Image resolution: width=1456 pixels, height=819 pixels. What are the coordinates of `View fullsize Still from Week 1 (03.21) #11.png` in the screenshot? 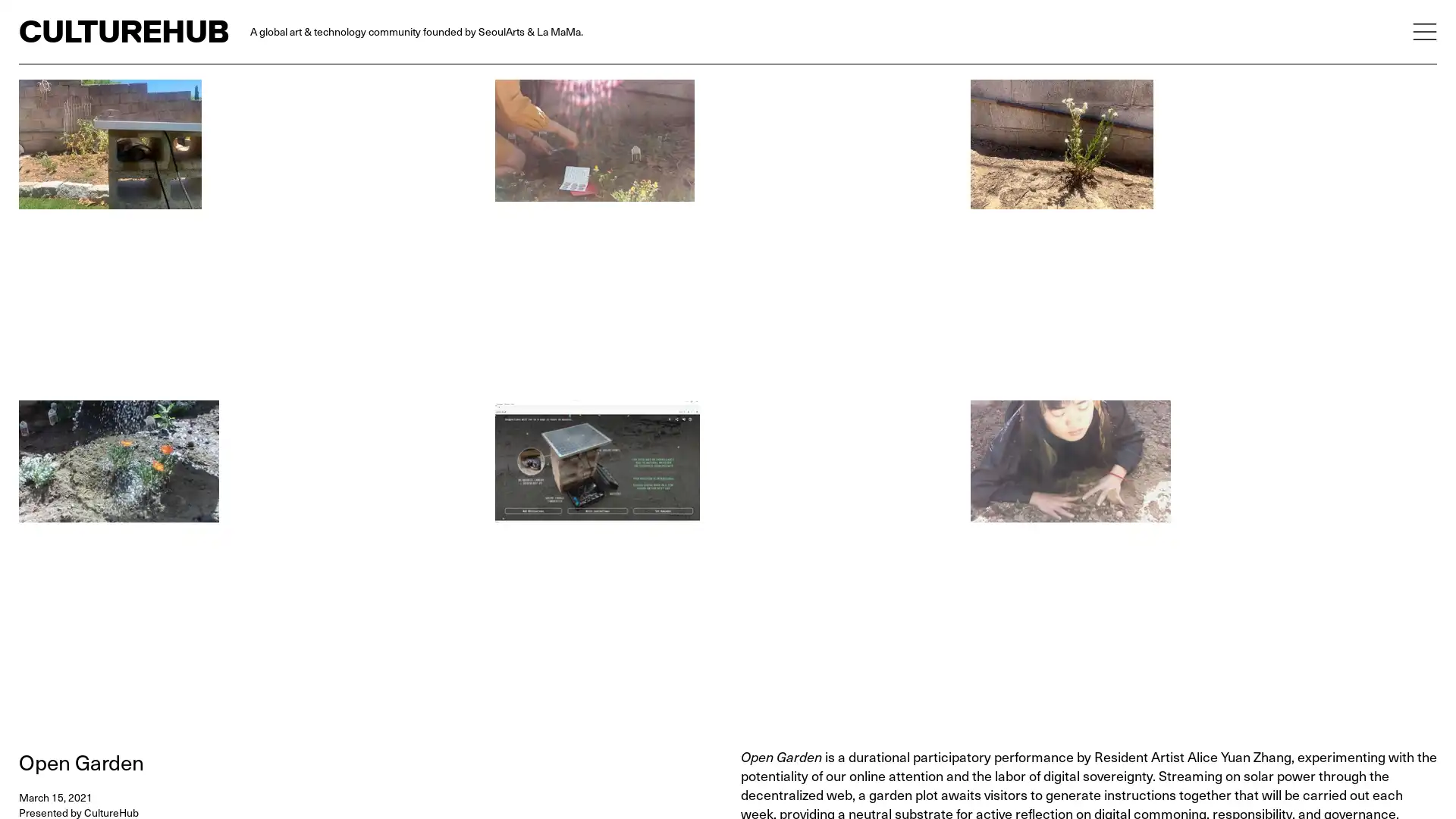 It's located at (251, 555).